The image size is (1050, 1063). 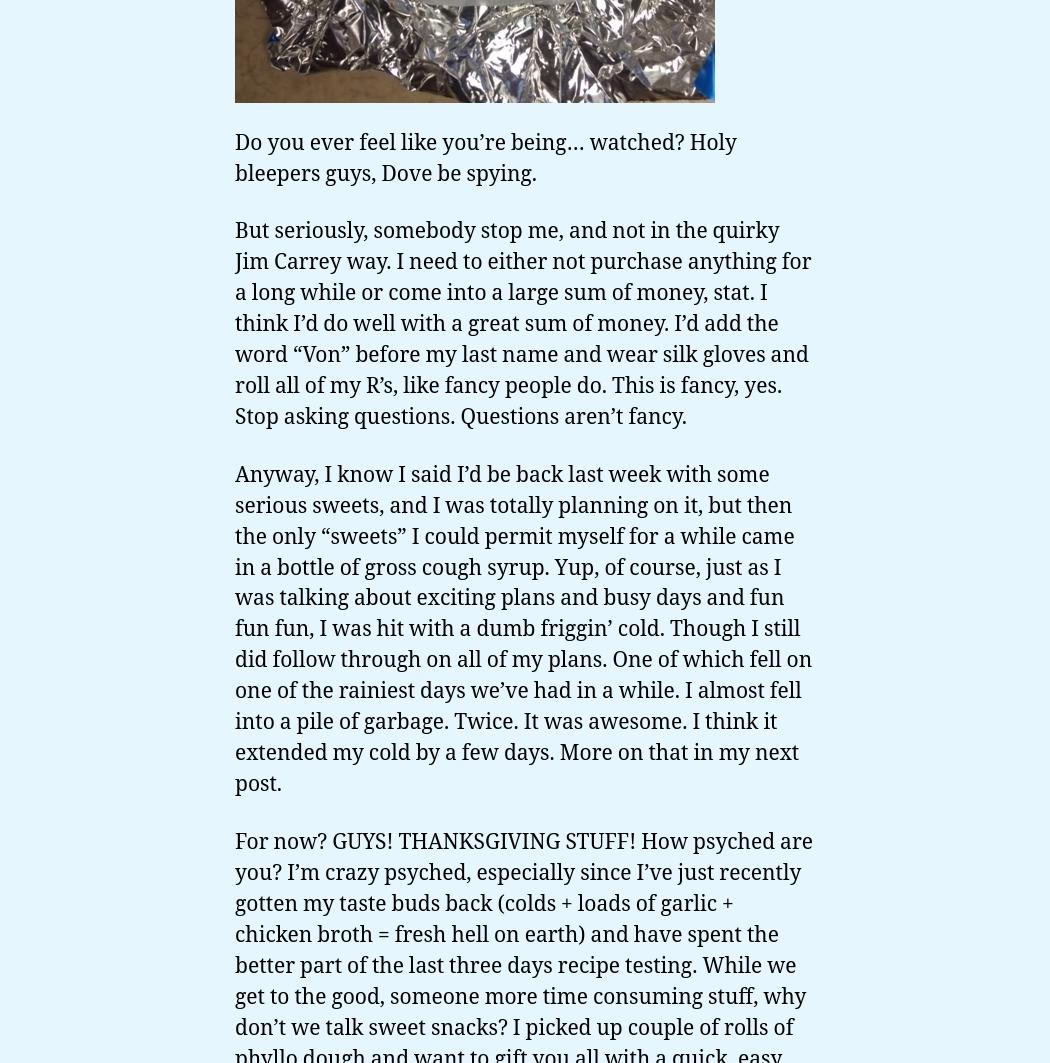 What do you see at coordinates (39, 889) in the screenshot?
I see `'Cakes'` at bounding box center [39, 889].